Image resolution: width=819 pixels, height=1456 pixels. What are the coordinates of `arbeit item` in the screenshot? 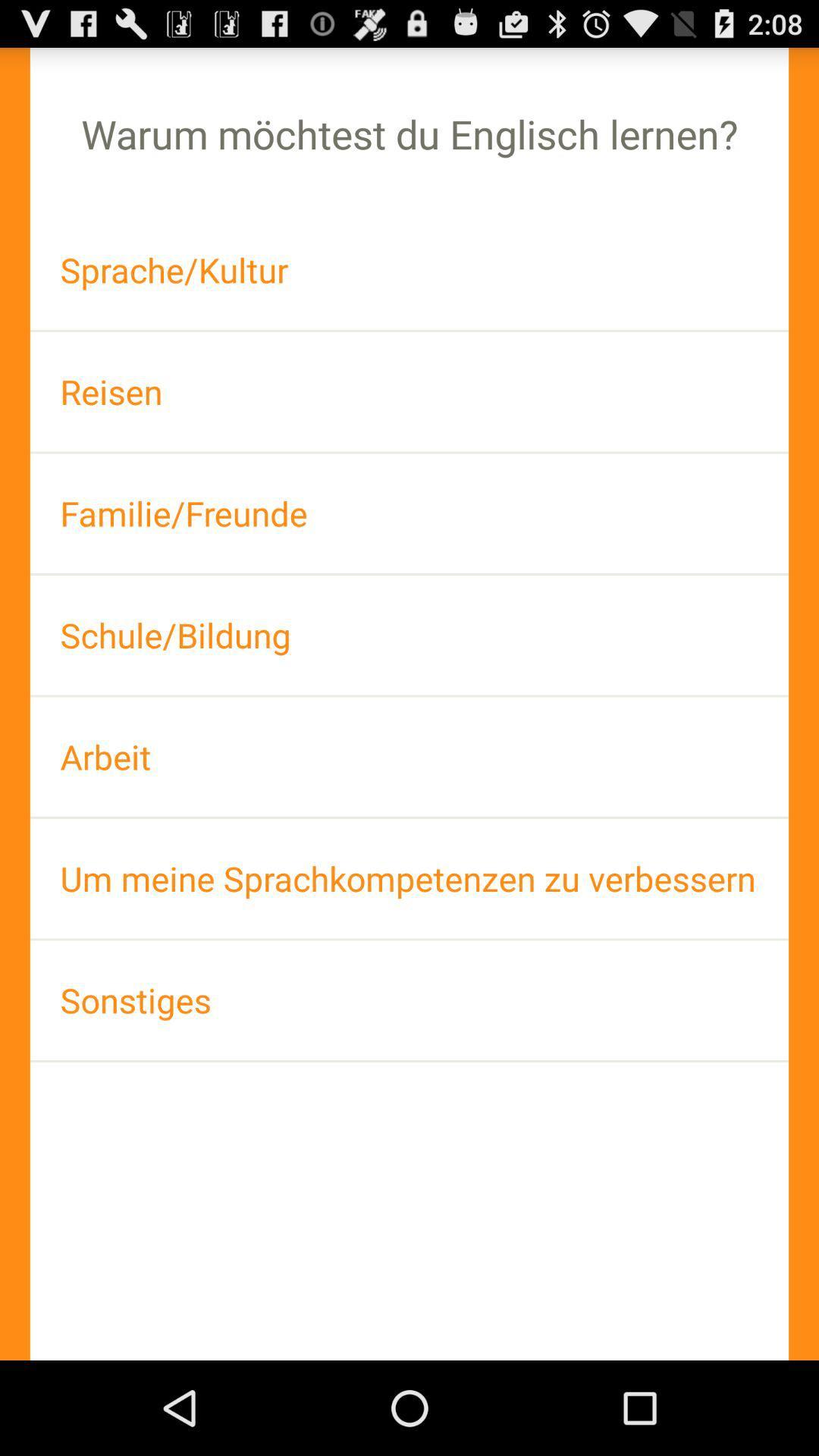 It's located at (409, 757).